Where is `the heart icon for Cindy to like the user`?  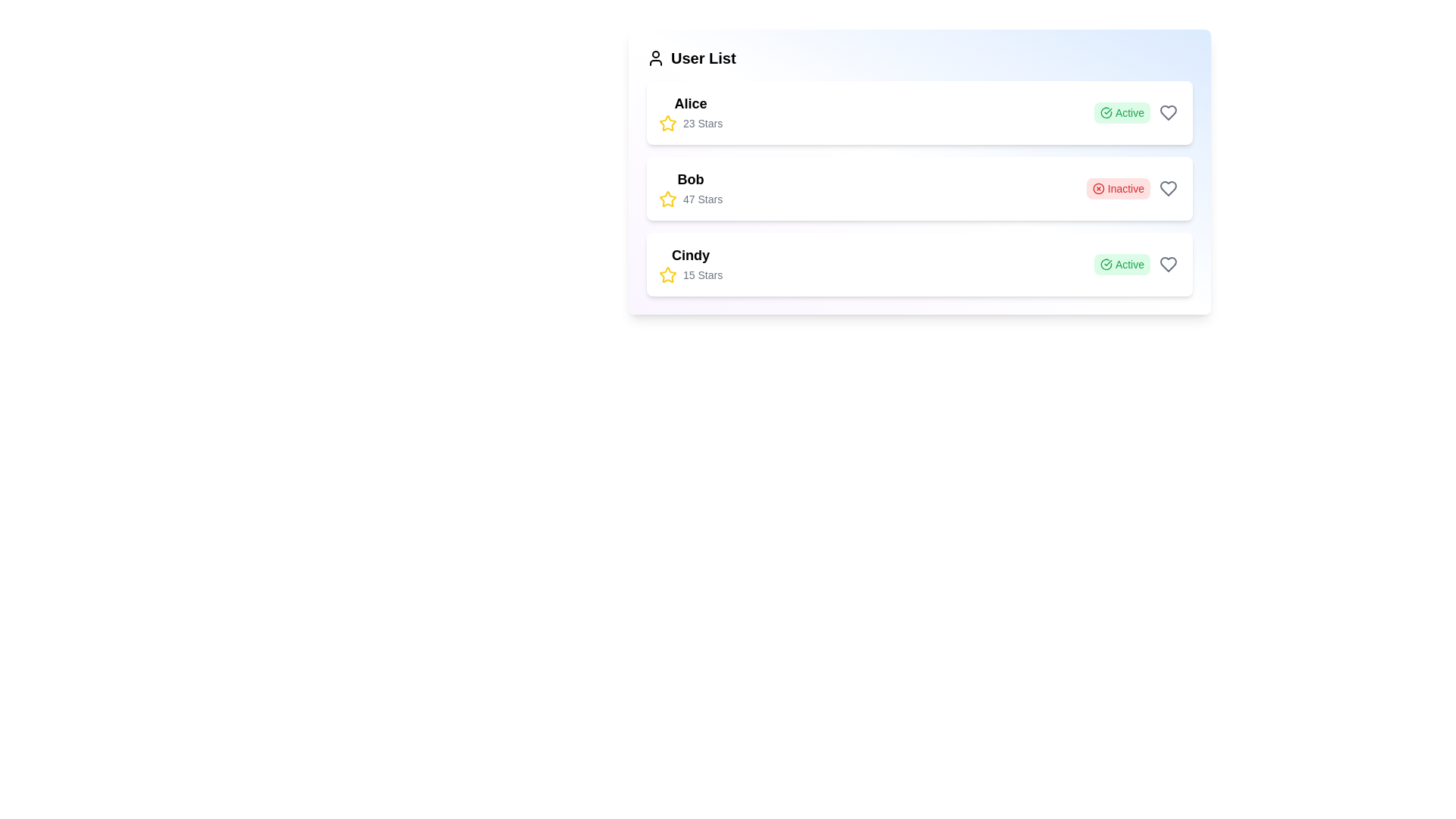
the heart icon for Cindy to like the user is located at coordinates (1167, 263).